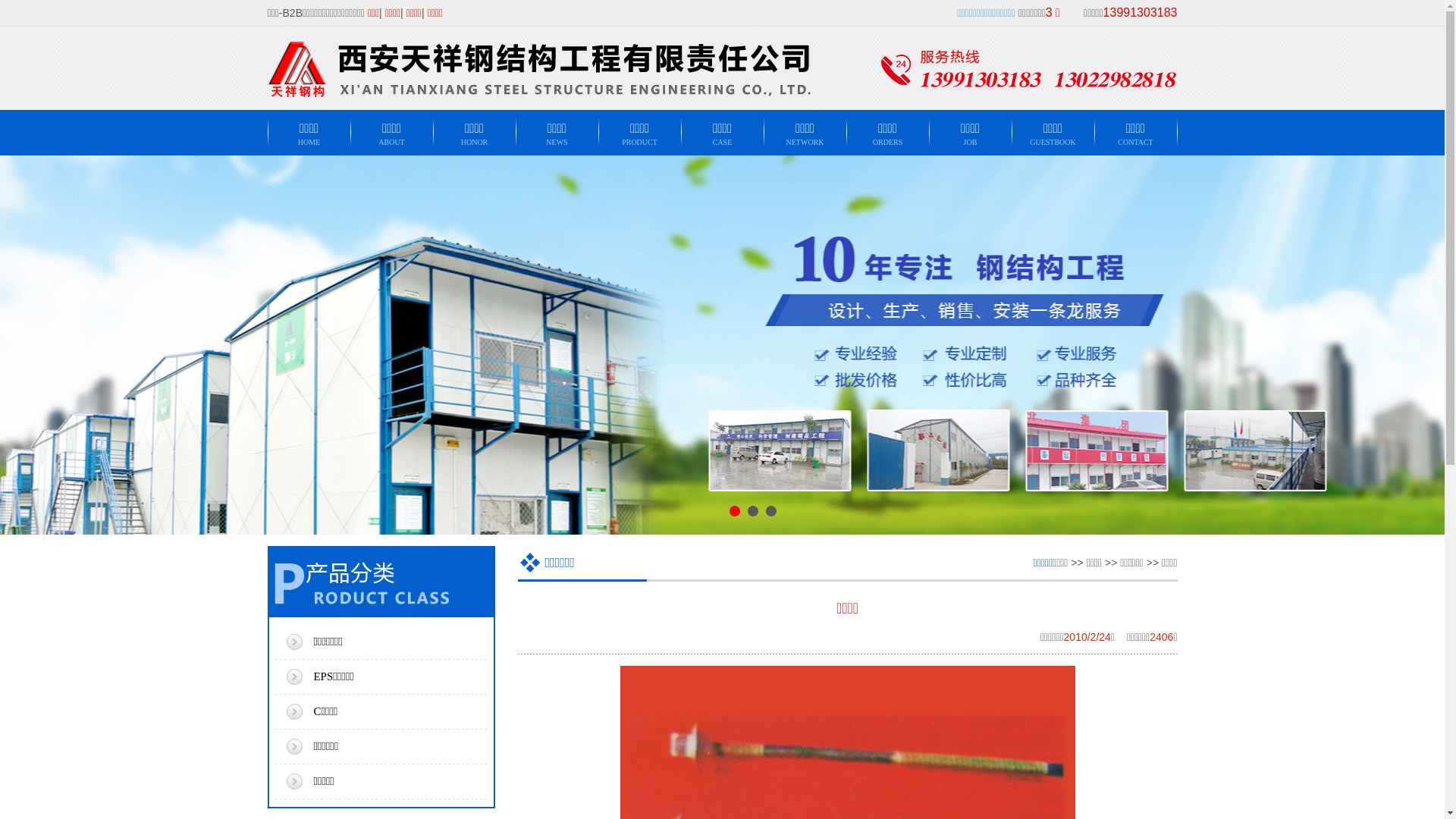 The width and height of the screenshot is (1456, 819). What do you see at coordinates (735, 511) in the screenshot?
I see `'1'` at bounding box center [735, 511].